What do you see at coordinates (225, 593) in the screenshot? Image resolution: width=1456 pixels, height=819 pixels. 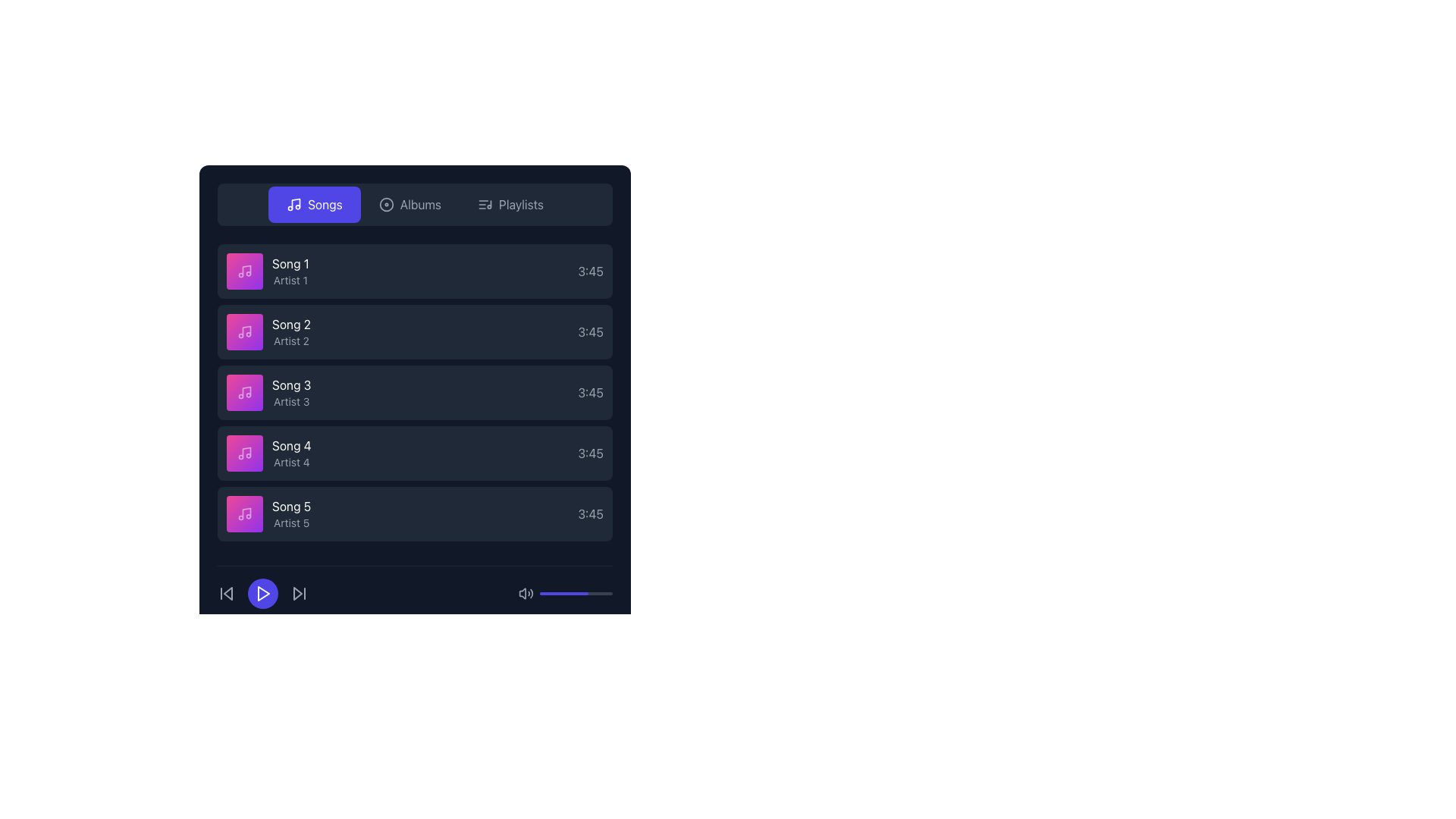 I see `the small left-facing arrow button in the bottom-left corner of the playback controls to change its color from gray to white` at bounding box center [225, 593].